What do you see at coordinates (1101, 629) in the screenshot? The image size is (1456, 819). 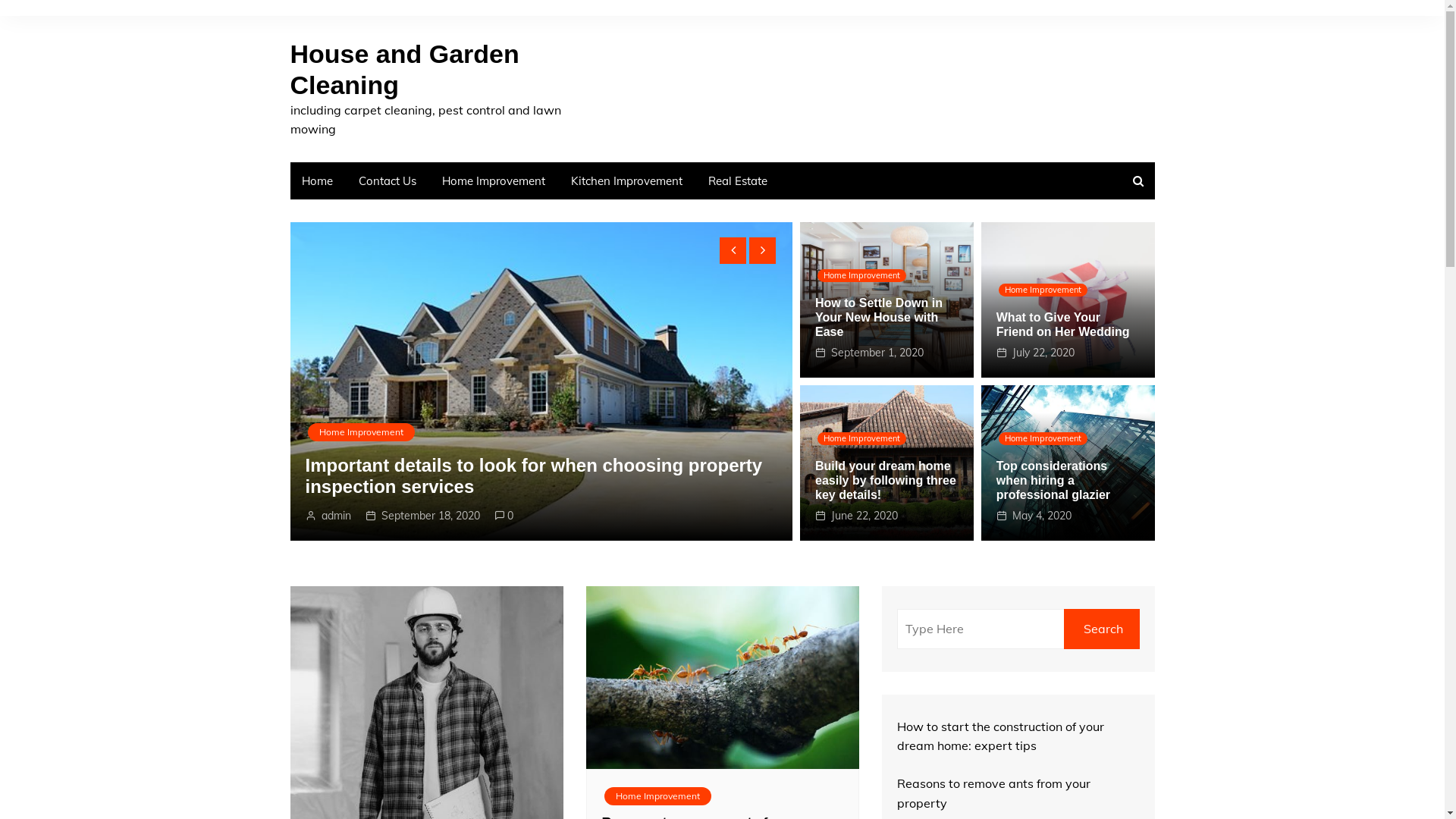 I see `'Search'` at bounding box center [1101, 629].